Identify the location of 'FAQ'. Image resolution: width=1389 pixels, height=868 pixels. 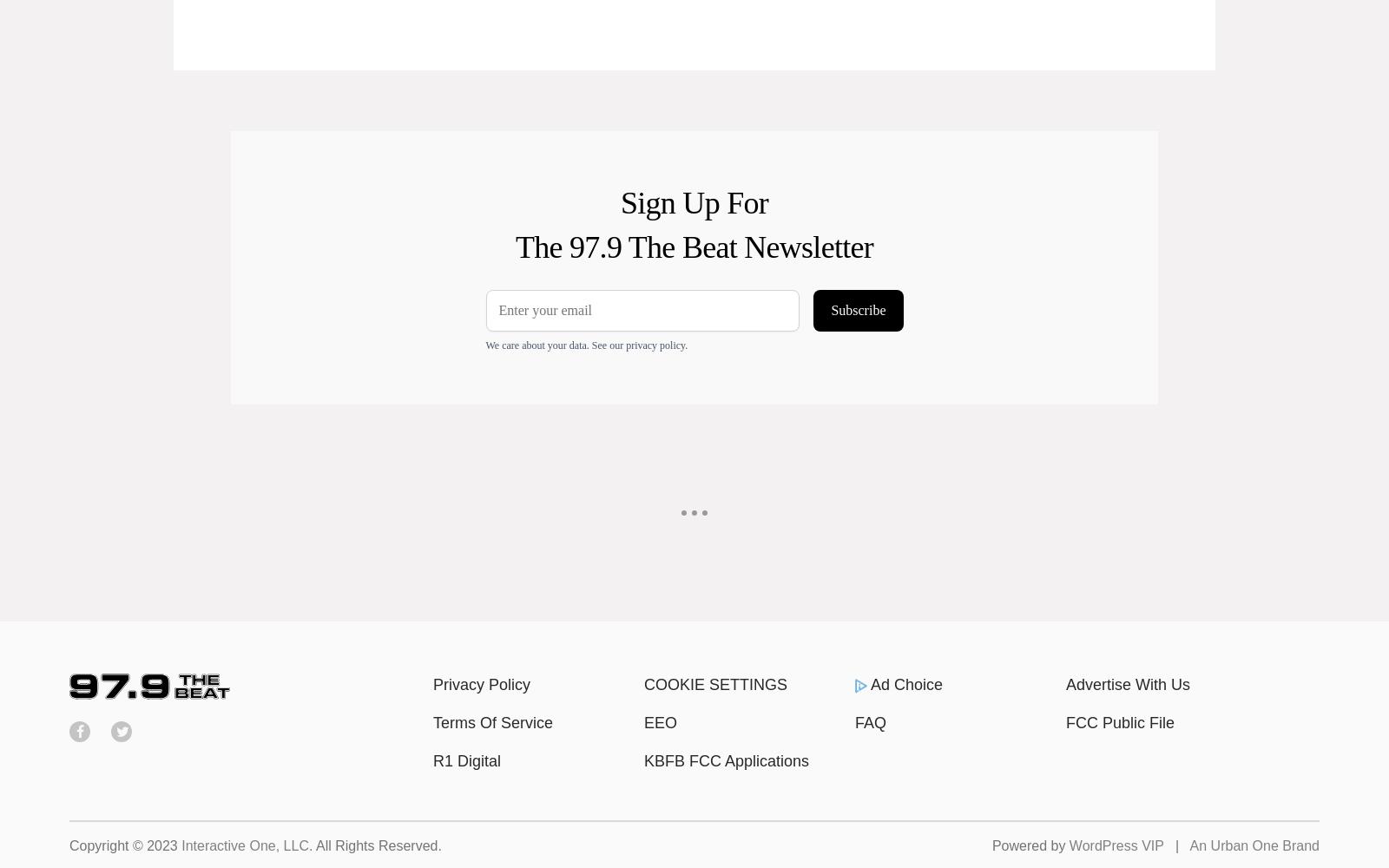
(871, 722).